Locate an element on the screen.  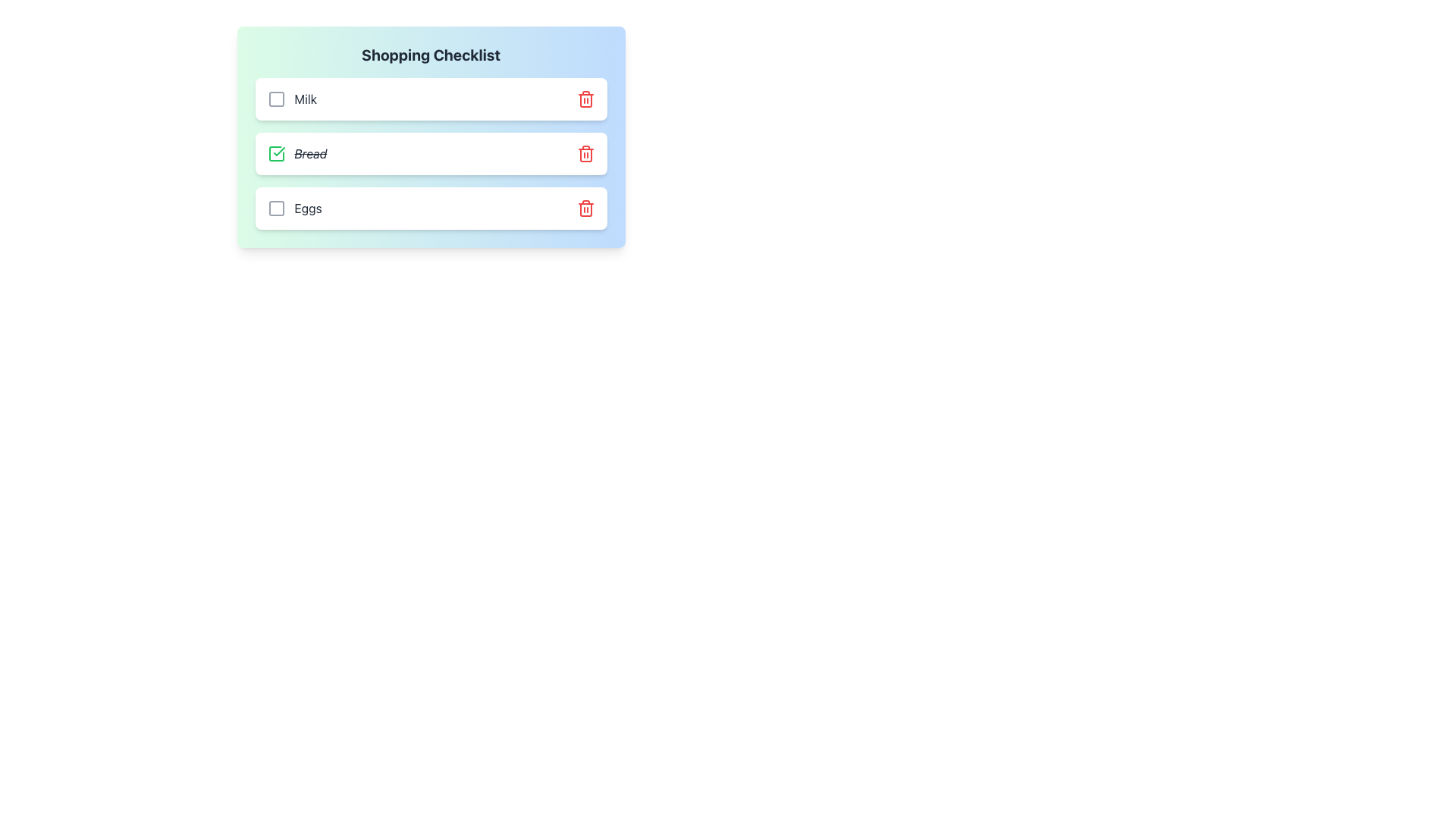
the decorative rectangle component located inside the icon adjacent to the text 'Eggs' in the checklist interface is located at coordinates (276, 208).